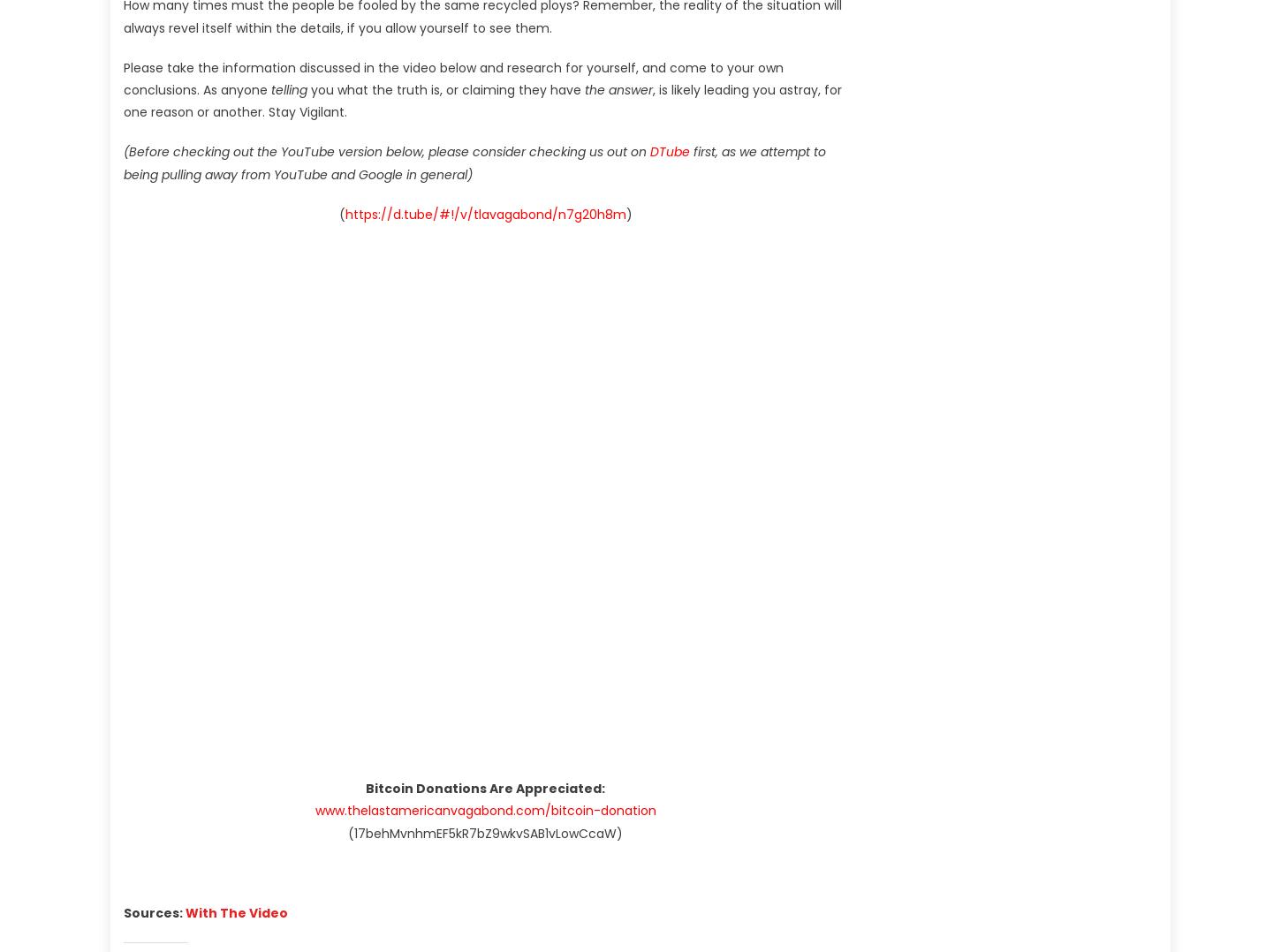 The height and width of the screenshot is (952, 1281). What do you see at coordinates (270, 88) in the screenshot?
I see `'telling'` at bounding box center [270, 88].